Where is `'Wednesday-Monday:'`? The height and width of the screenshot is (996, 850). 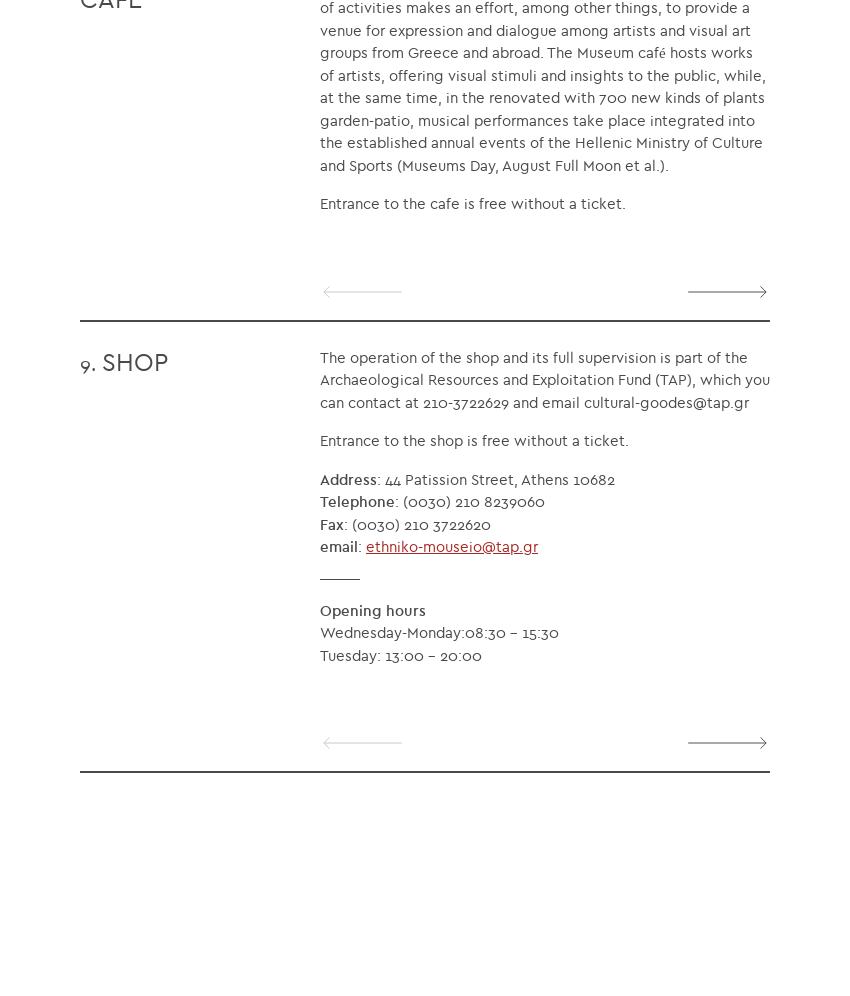
'Wednesday-Monday:' is located at coordinates (392, 631).